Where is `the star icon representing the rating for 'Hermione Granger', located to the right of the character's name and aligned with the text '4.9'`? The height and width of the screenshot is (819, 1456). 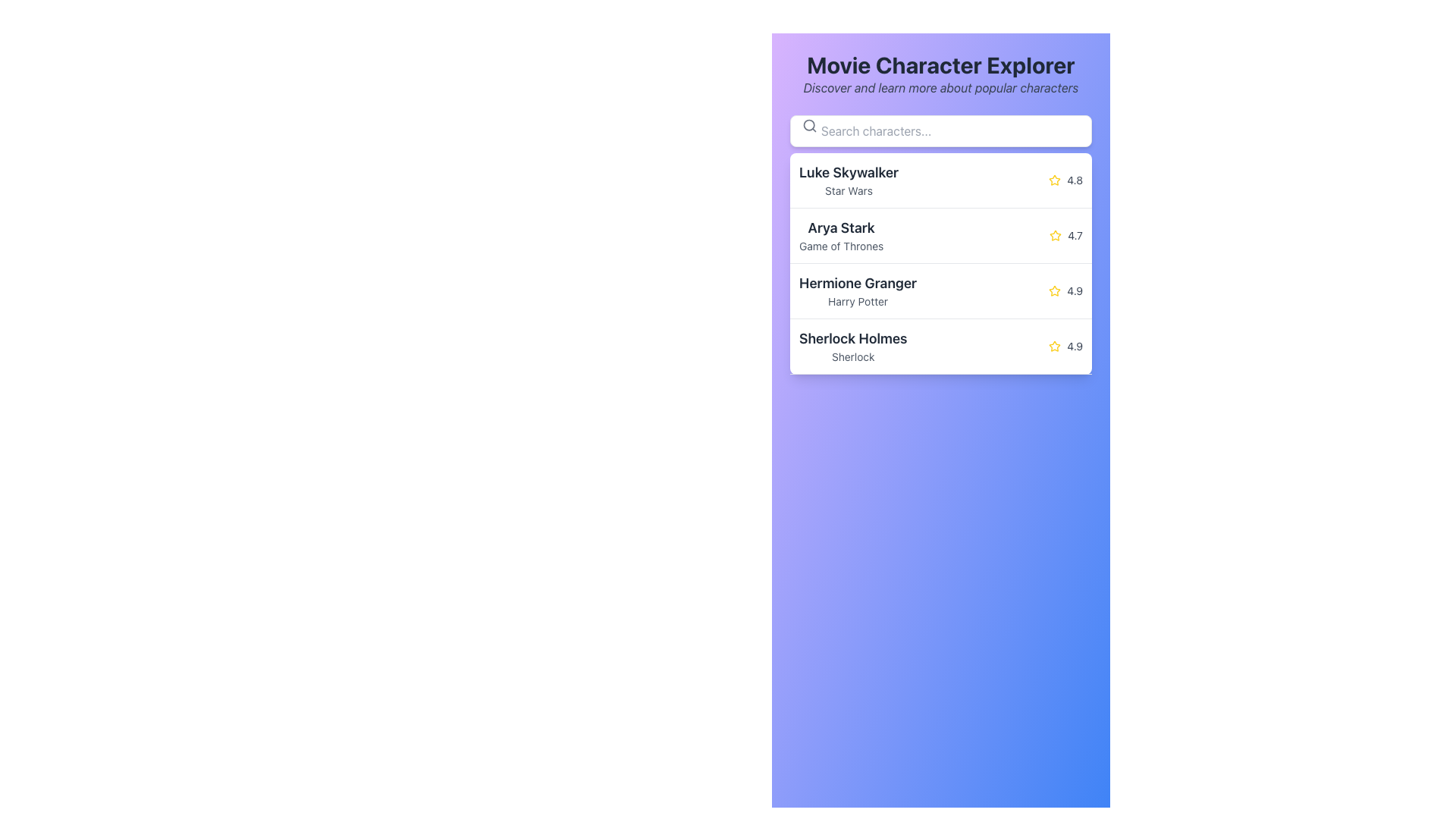 the star icon representing the rating for 'Hermione Granger', located to the right of the character's name and aligned with the text '4.9' is located at coordinates (1054, 291).